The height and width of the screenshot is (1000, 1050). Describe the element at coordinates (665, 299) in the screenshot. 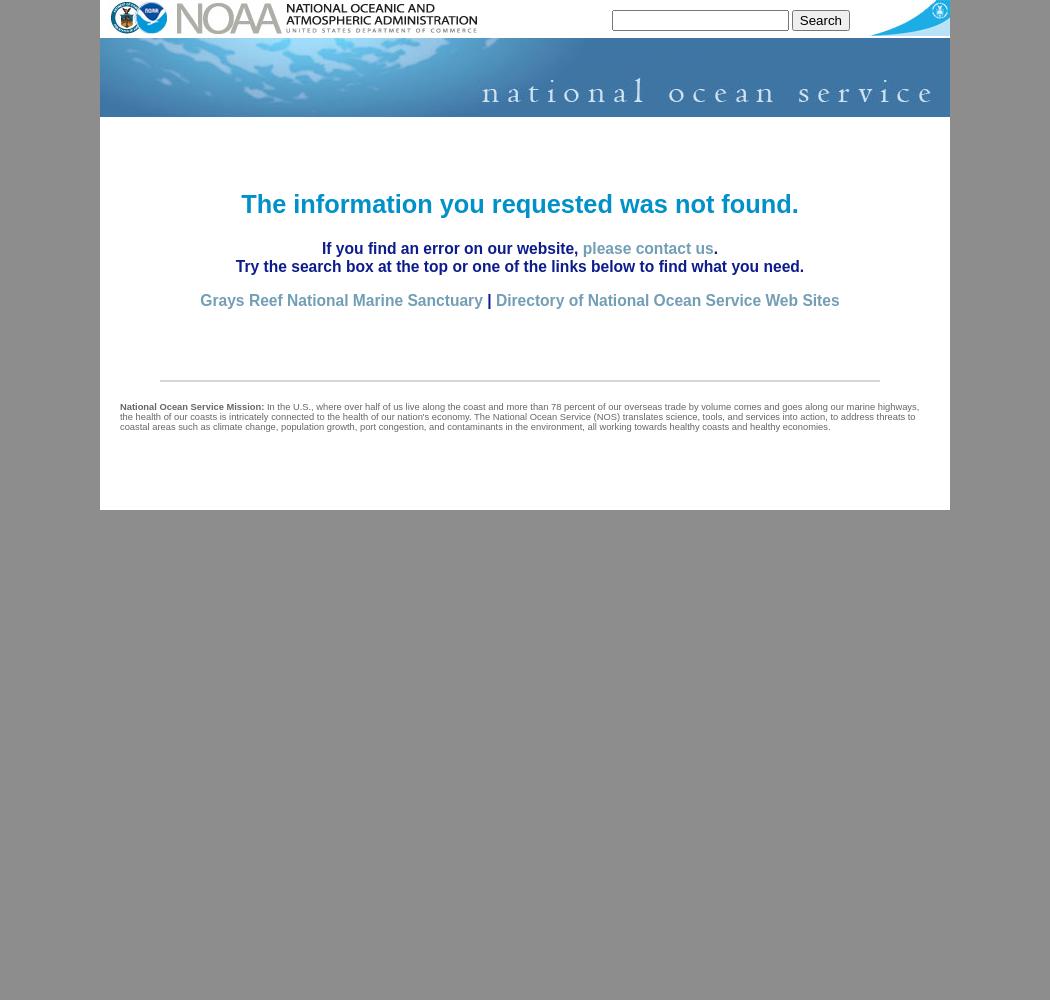

I see `'Directory of National Ocean Service Web Sites'` at that location.